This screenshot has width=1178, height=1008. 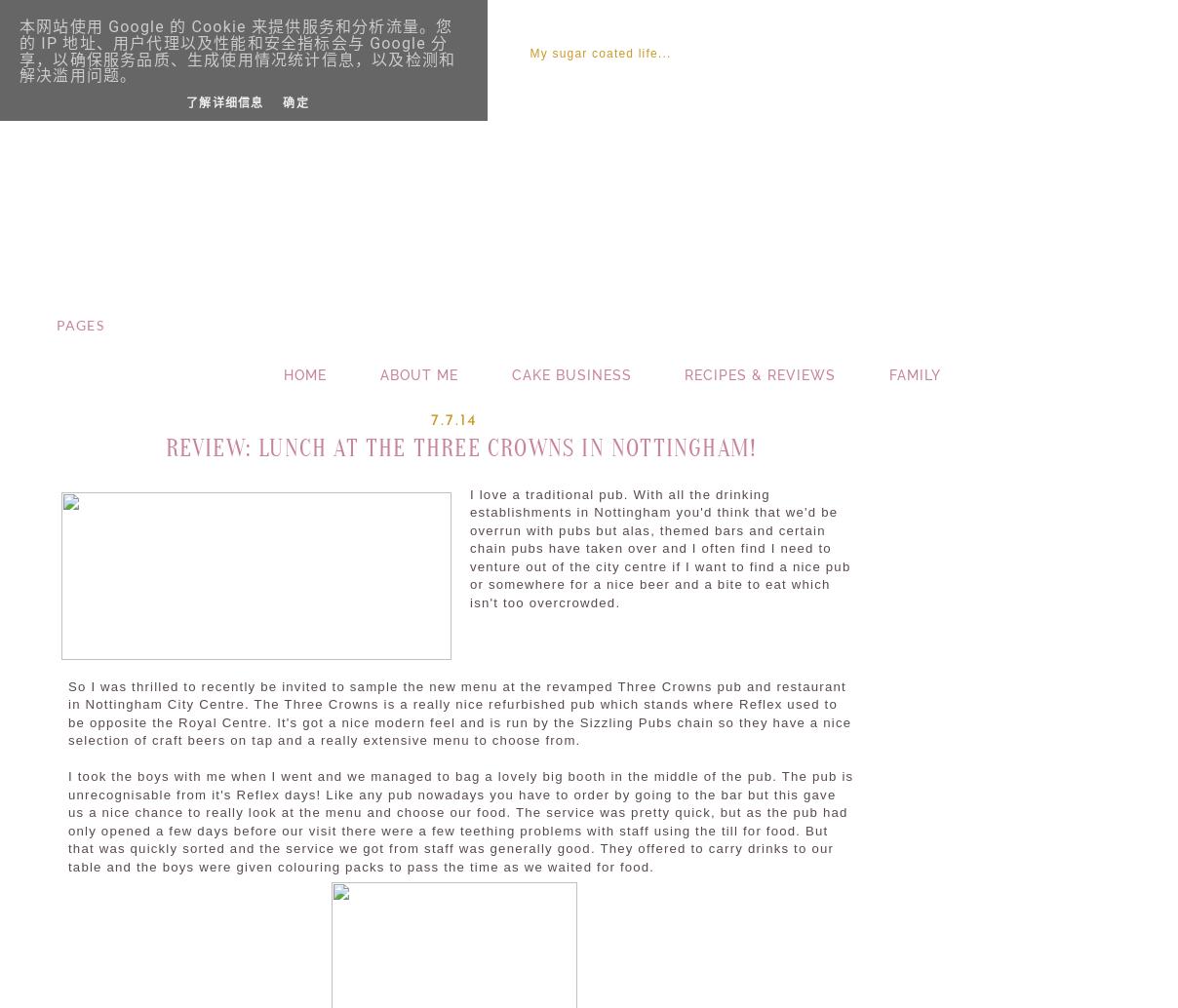 What do you see at coordinates (430, 418) in the screenshot?
I see `'7.7.14'` at bounding box center [430, 418].